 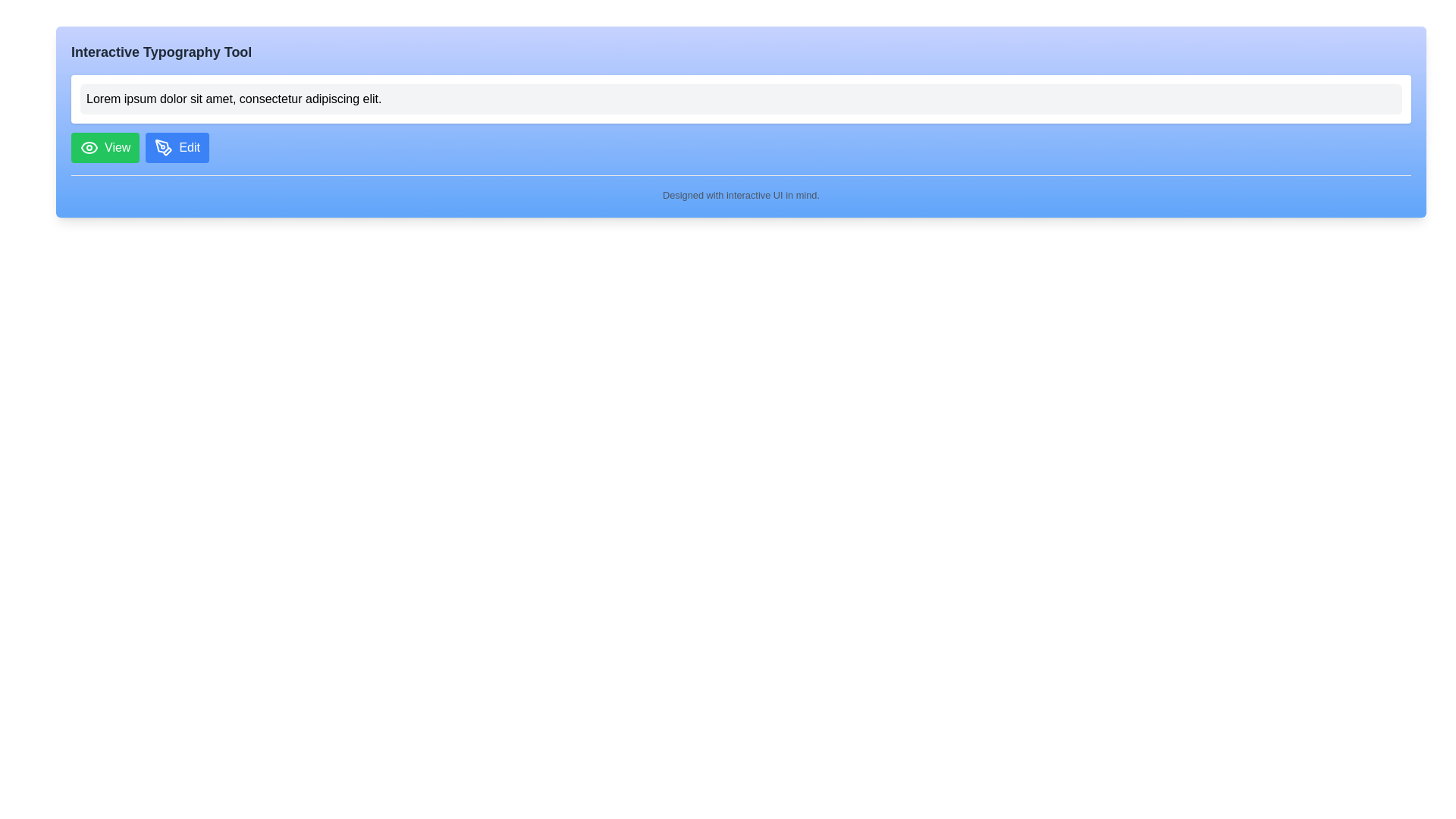 I want to click on the static text element located near the bottom of the visible interface section, below a horizontal rule and above a margin space, so click(x=741, y=194).